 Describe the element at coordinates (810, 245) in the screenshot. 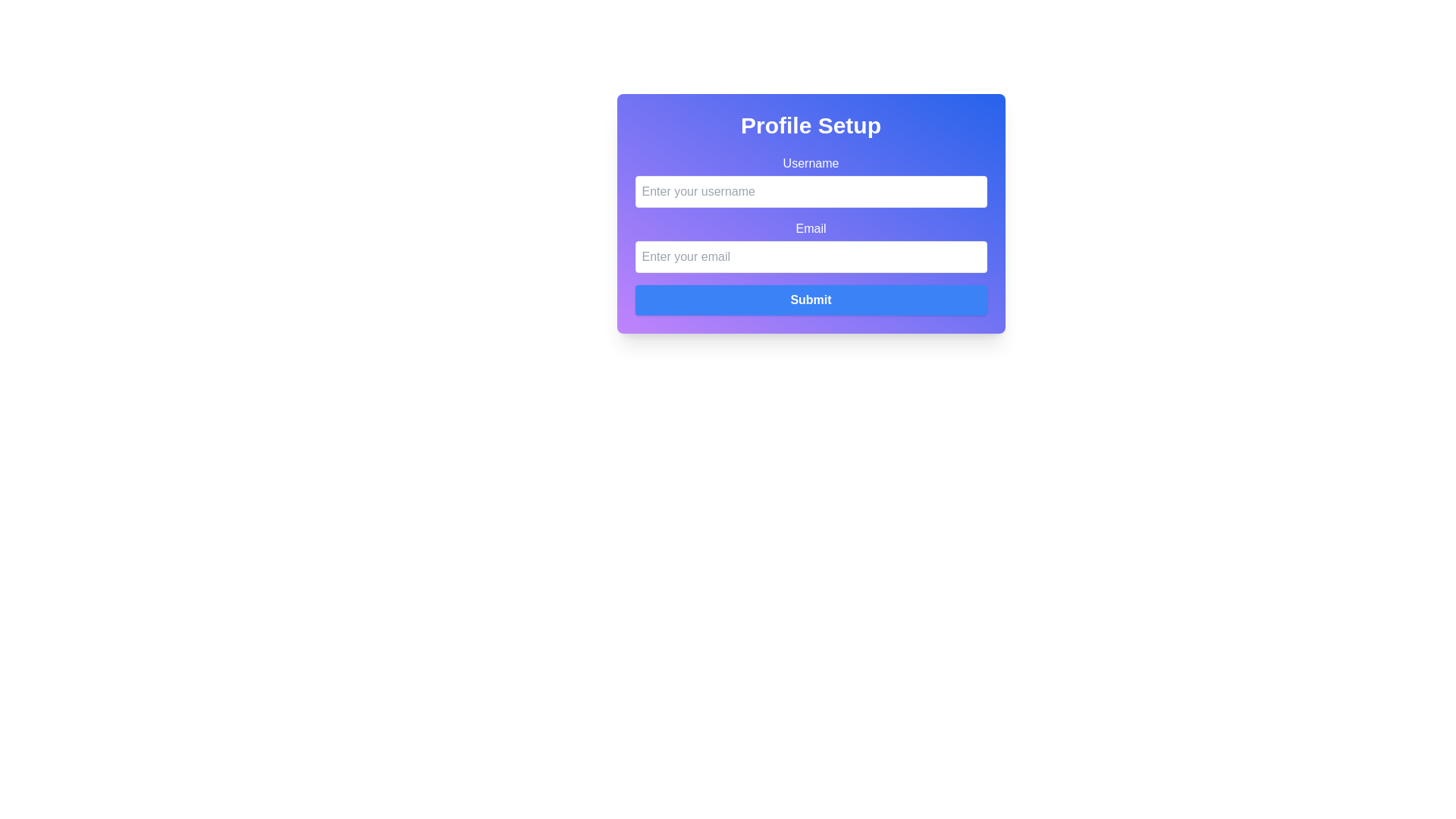

I see `the 'Email' input field, which is a labeled rectangular box with a rounded edge and placeholder text 'Enter your email', located below the Username field and above the blue Submit button` at that location.